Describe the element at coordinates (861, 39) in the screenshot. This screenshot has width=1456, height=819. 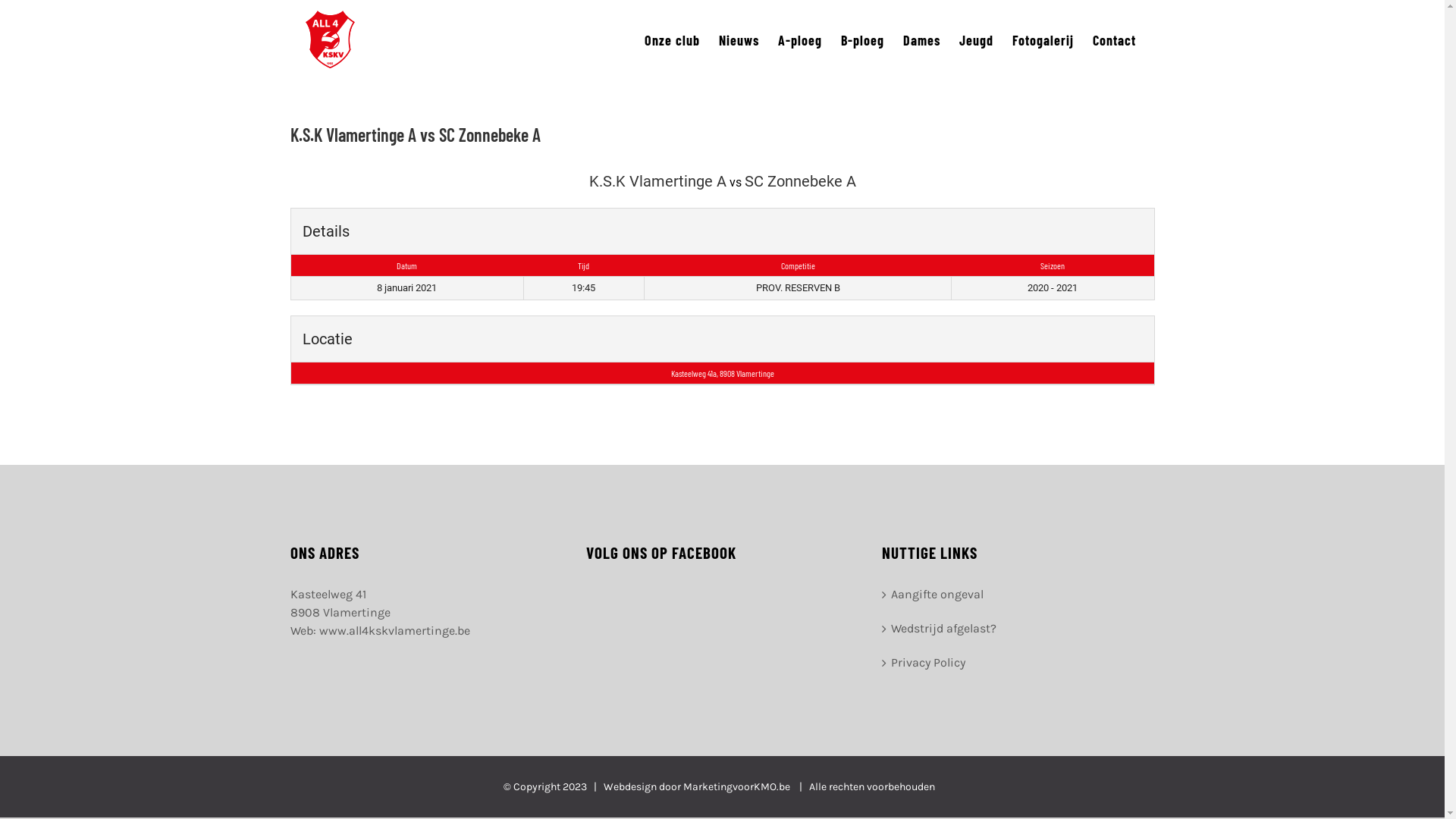
I see `'B-ploeg'` at that location.